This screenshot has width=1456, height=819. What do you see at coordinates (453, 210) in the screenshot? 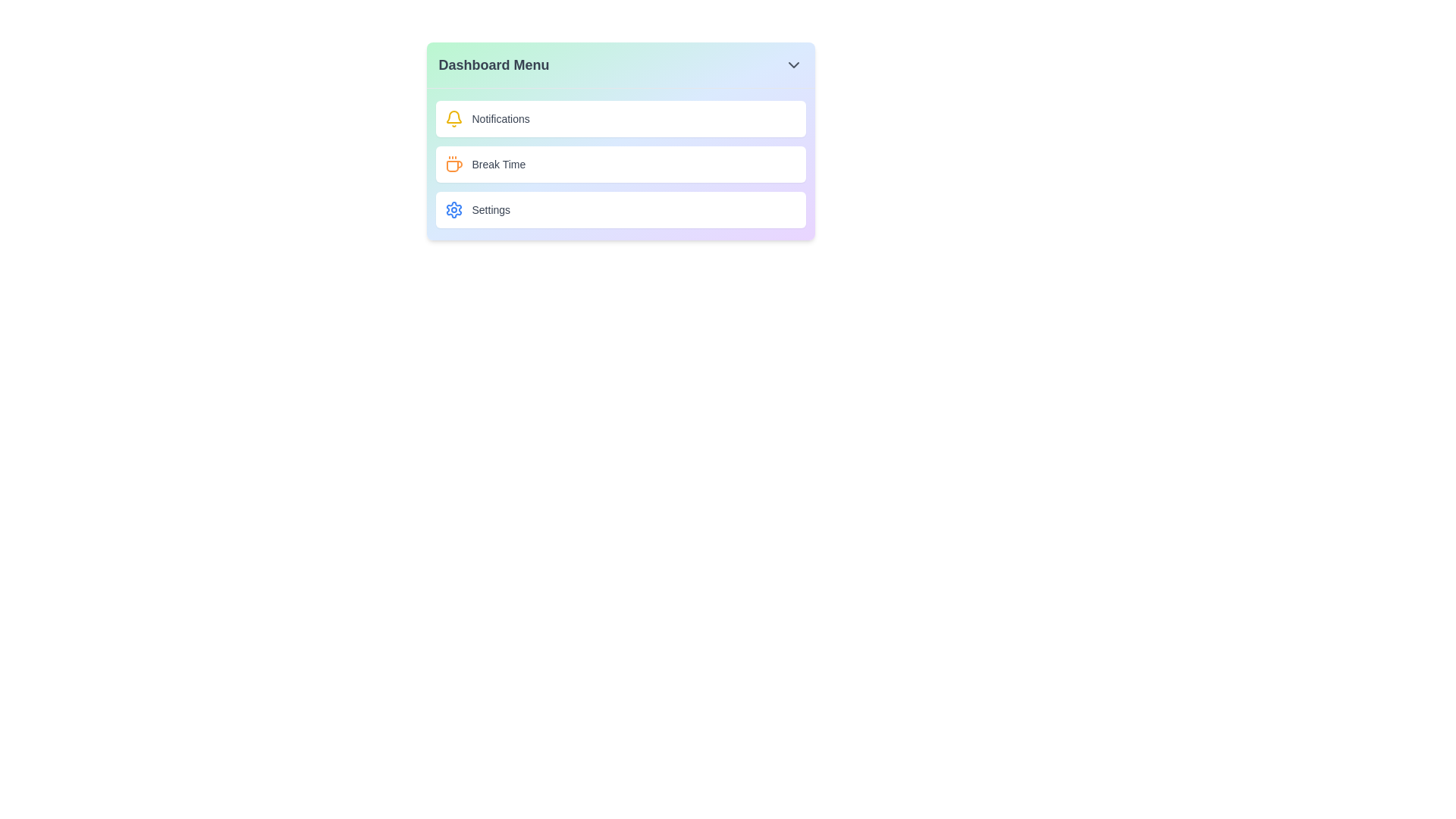
I see `the blue gear-like icon in the third menu item of the Settings section` at bounding box center [453, 210].